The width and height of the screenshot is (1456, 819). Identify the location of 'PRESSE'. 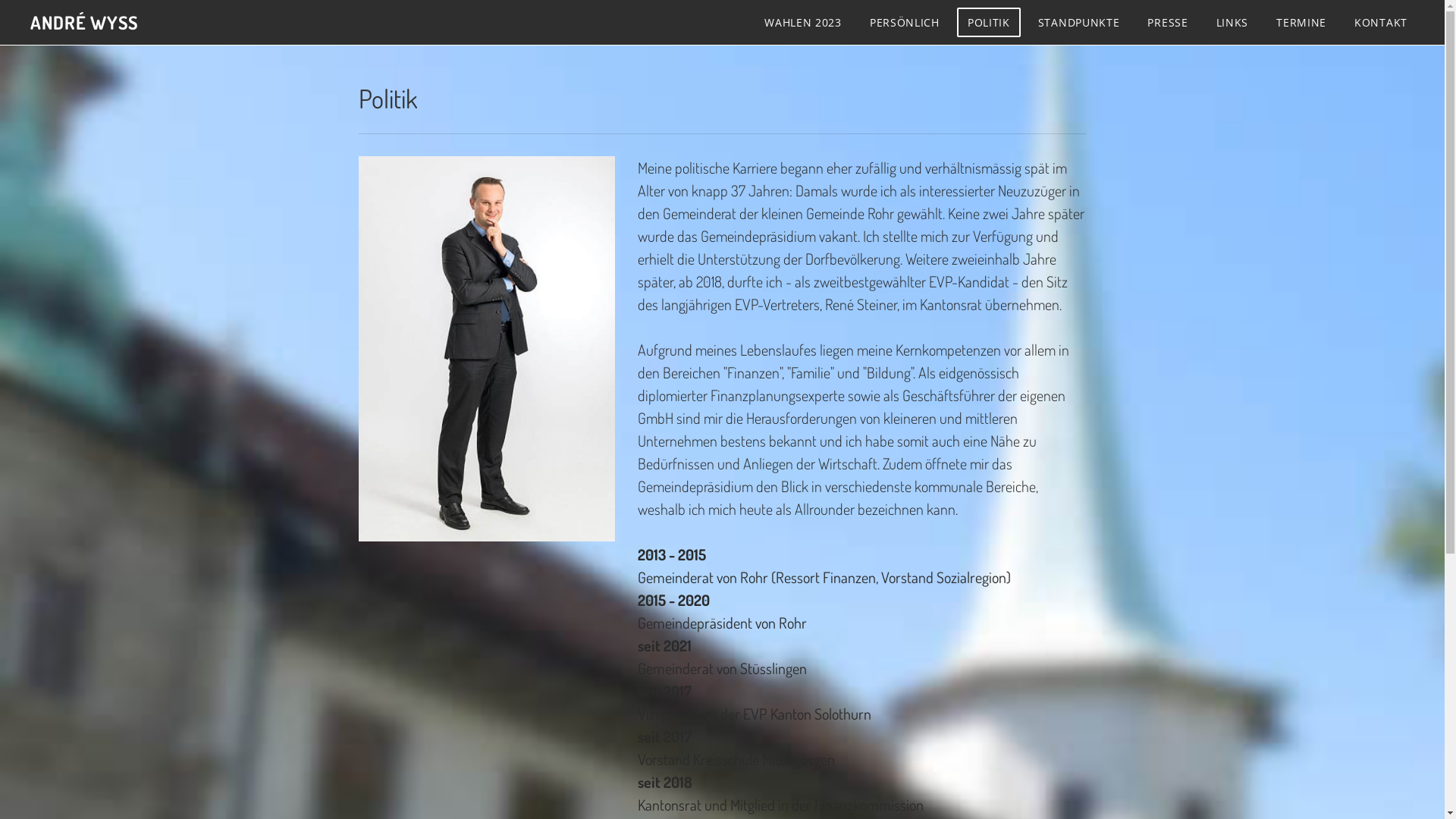
(1166, 22).